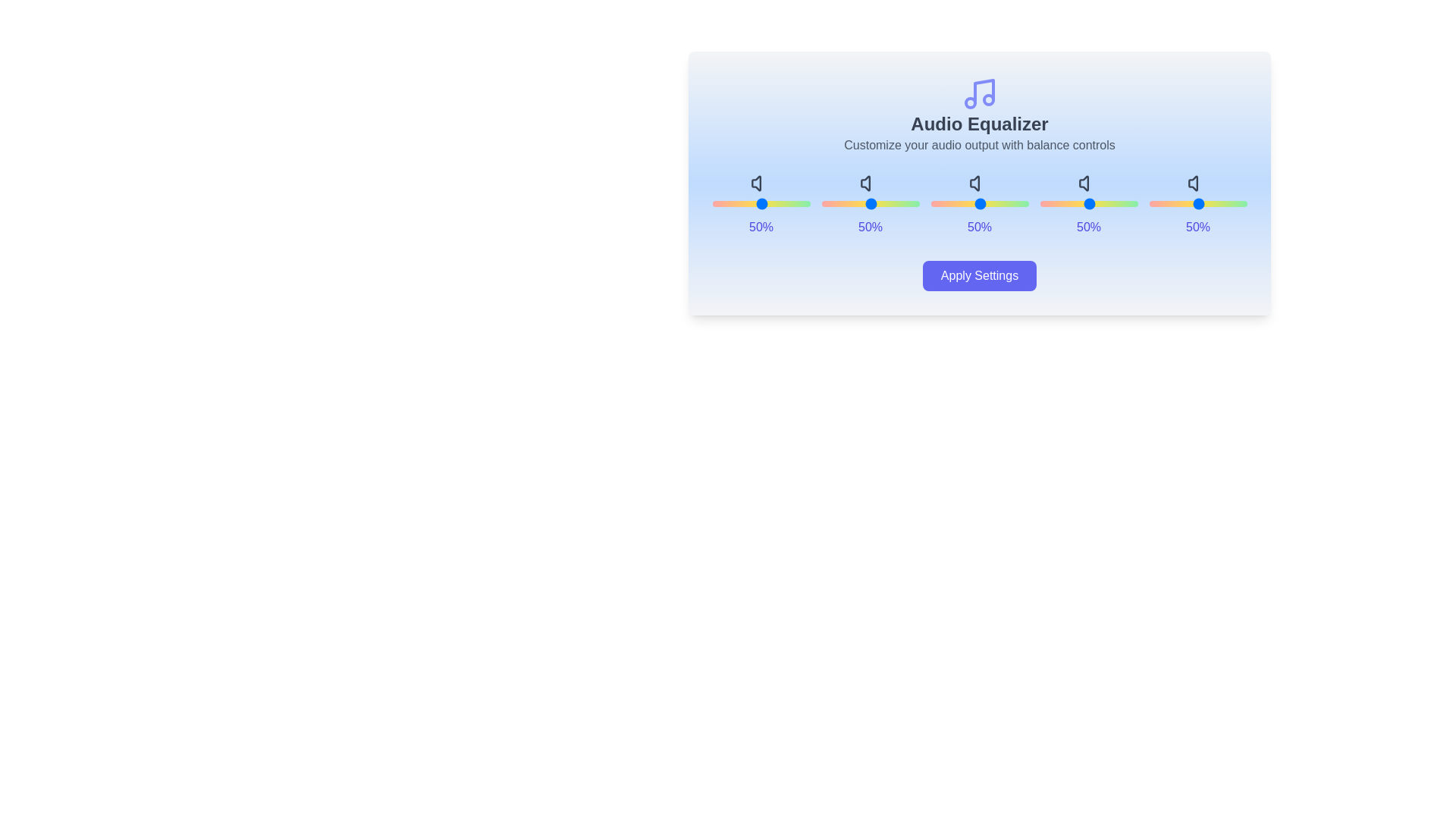  Describe the element at coordinates (1109, 203) in the screenshot. I see `the slider for band 3 to 27%` at that location.